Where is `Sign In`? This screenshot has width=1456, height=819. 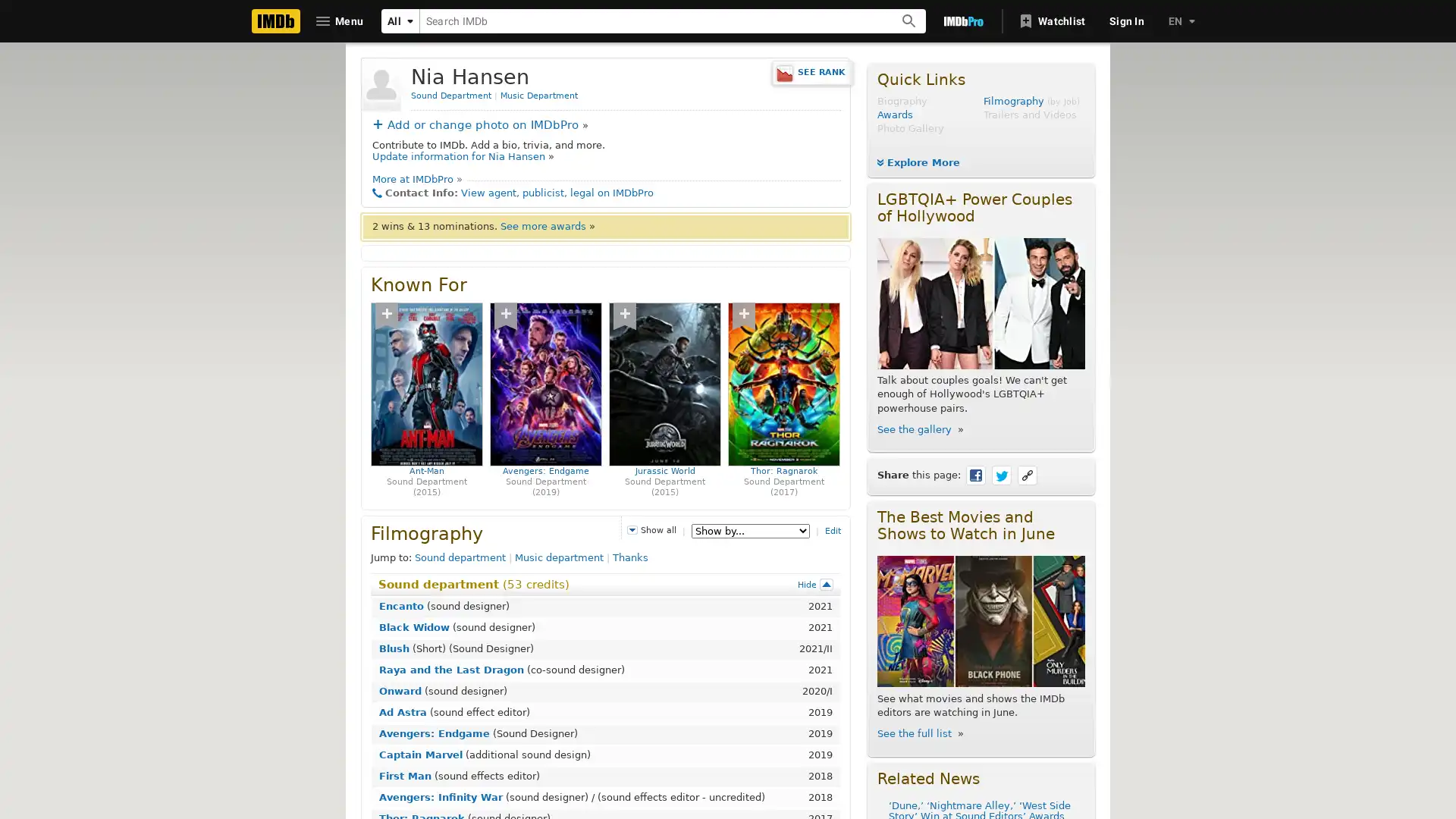 Sign In is located at coordinates (1127, 20).